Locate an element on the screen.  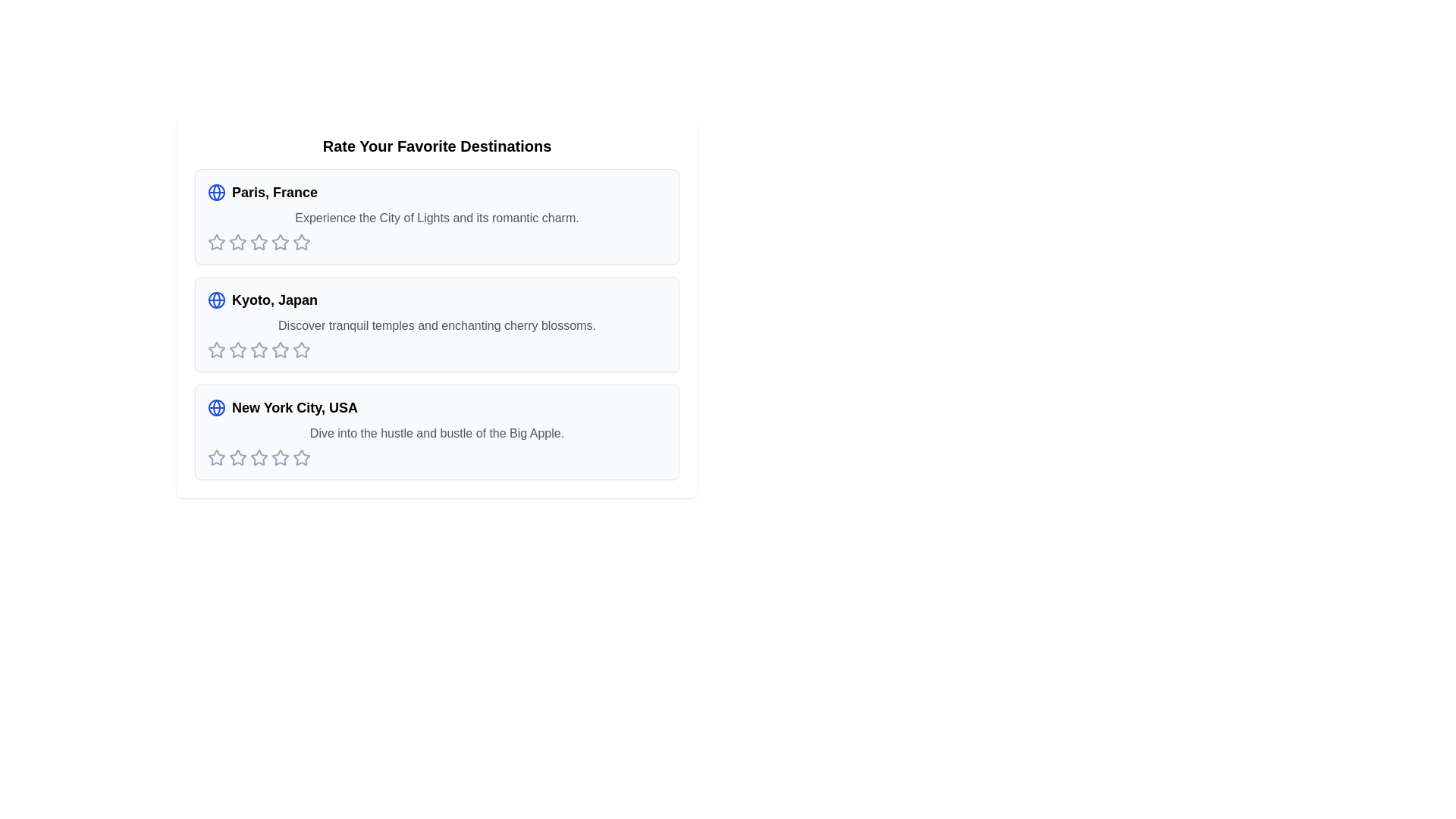
the fourth star-shaped interactive rating icon for 'Kyoto, Japan' is located at coordinates (302, 350).